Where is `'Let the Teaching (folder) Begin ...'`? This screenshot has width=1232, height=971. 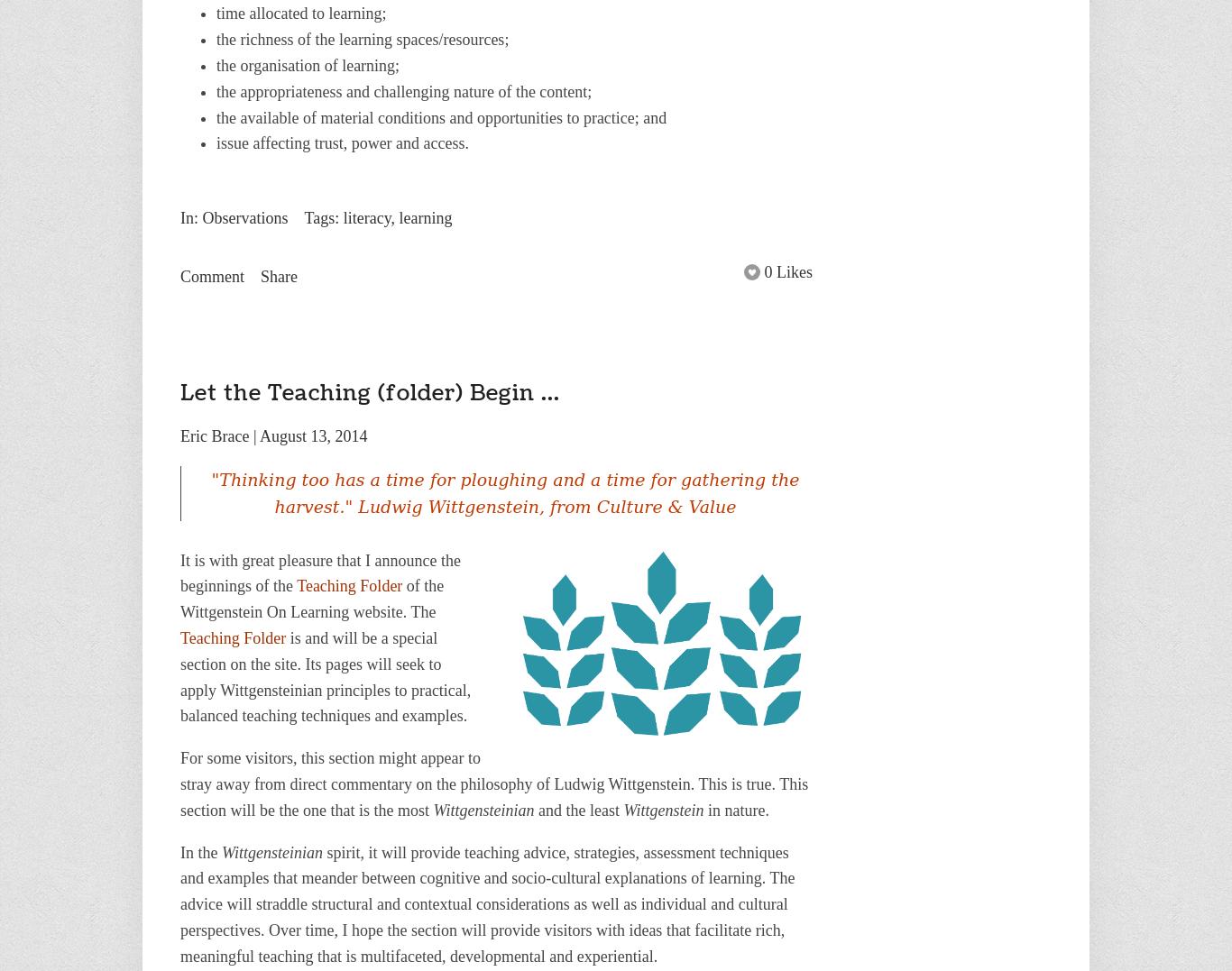
'Let the Teaching (folder) Begin ...' is located at coordinates (179, 391).